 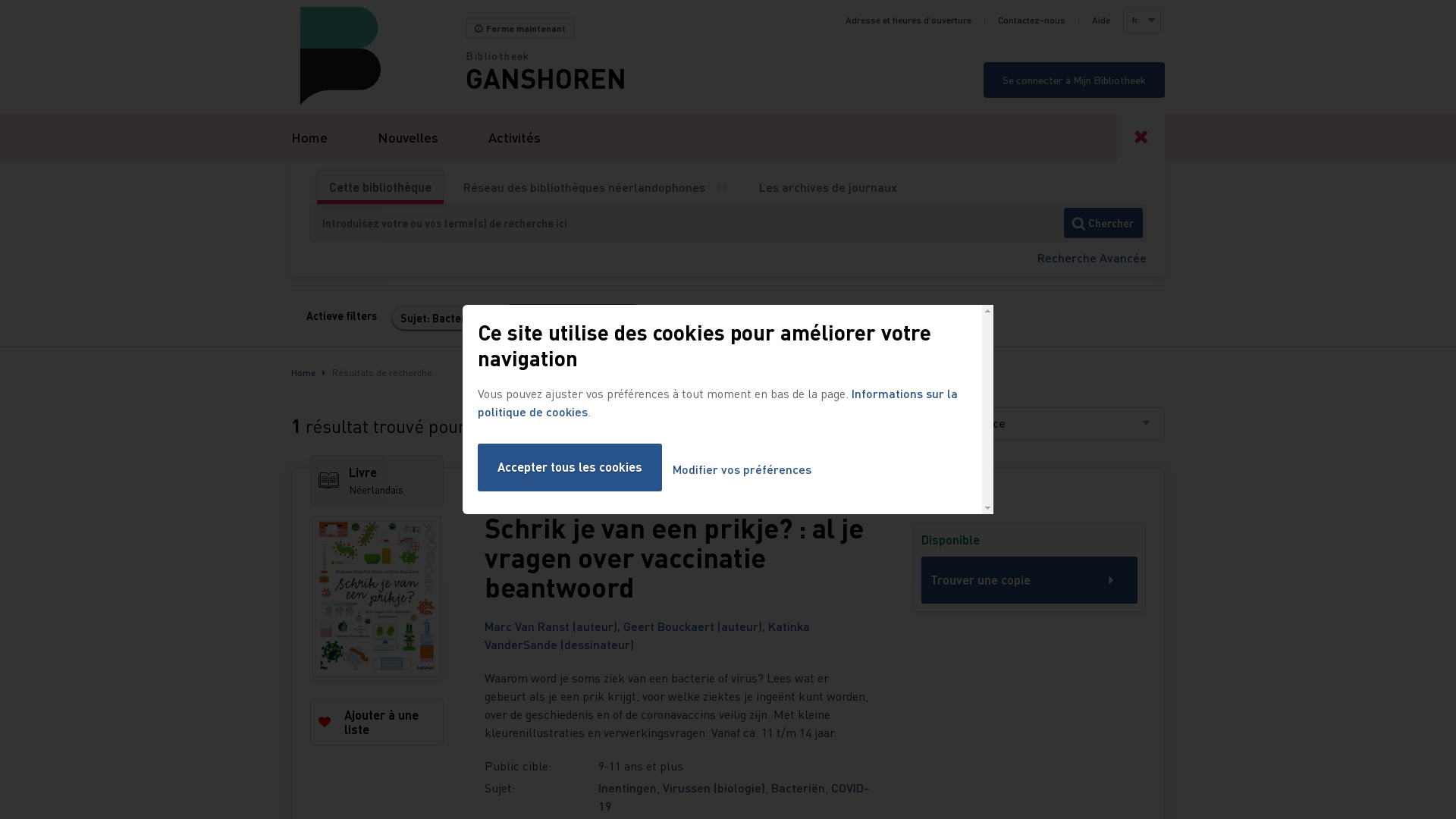 What do you see at coordinates (309, 136) in the screenshot?
I see `'Home'` at bounding box center [309, 136].